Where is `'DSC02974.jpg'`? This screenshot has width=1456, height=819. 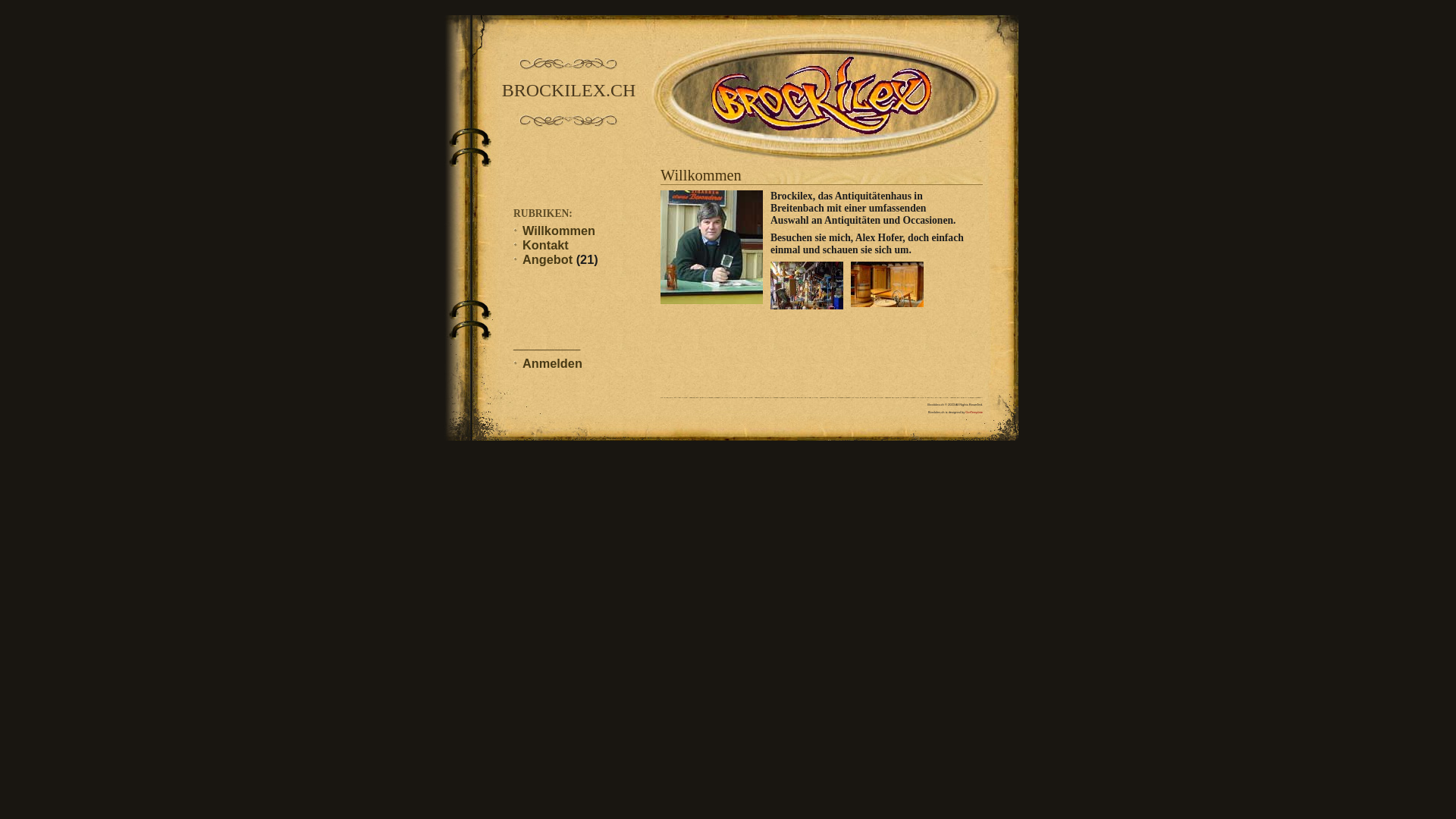 'DSC02974.jpg' is located at coordinates (770, 285).